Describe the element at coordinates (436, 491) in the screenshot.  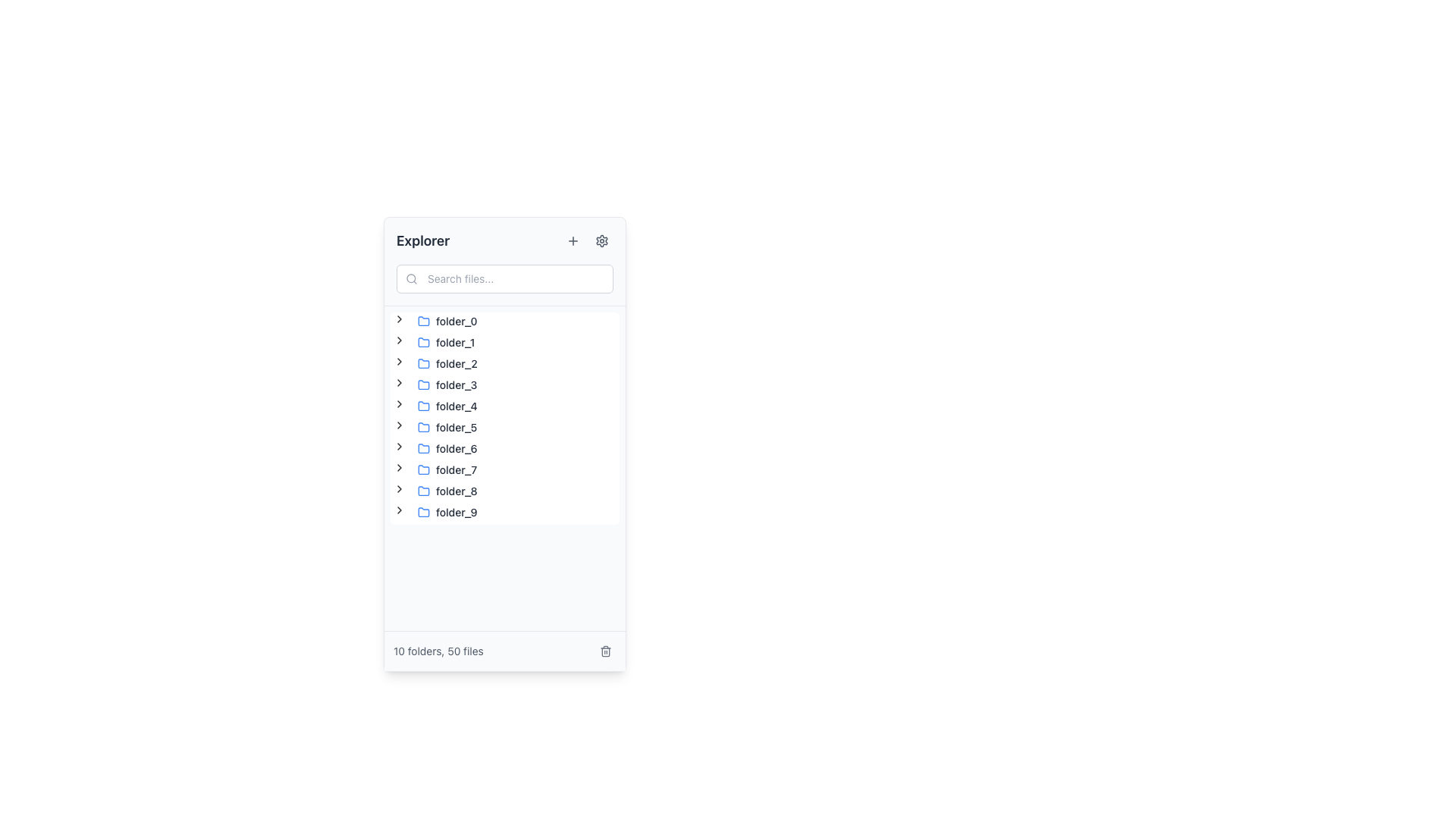
I see `the Tree node representing the folder labeled 'folder_8'` at that location.